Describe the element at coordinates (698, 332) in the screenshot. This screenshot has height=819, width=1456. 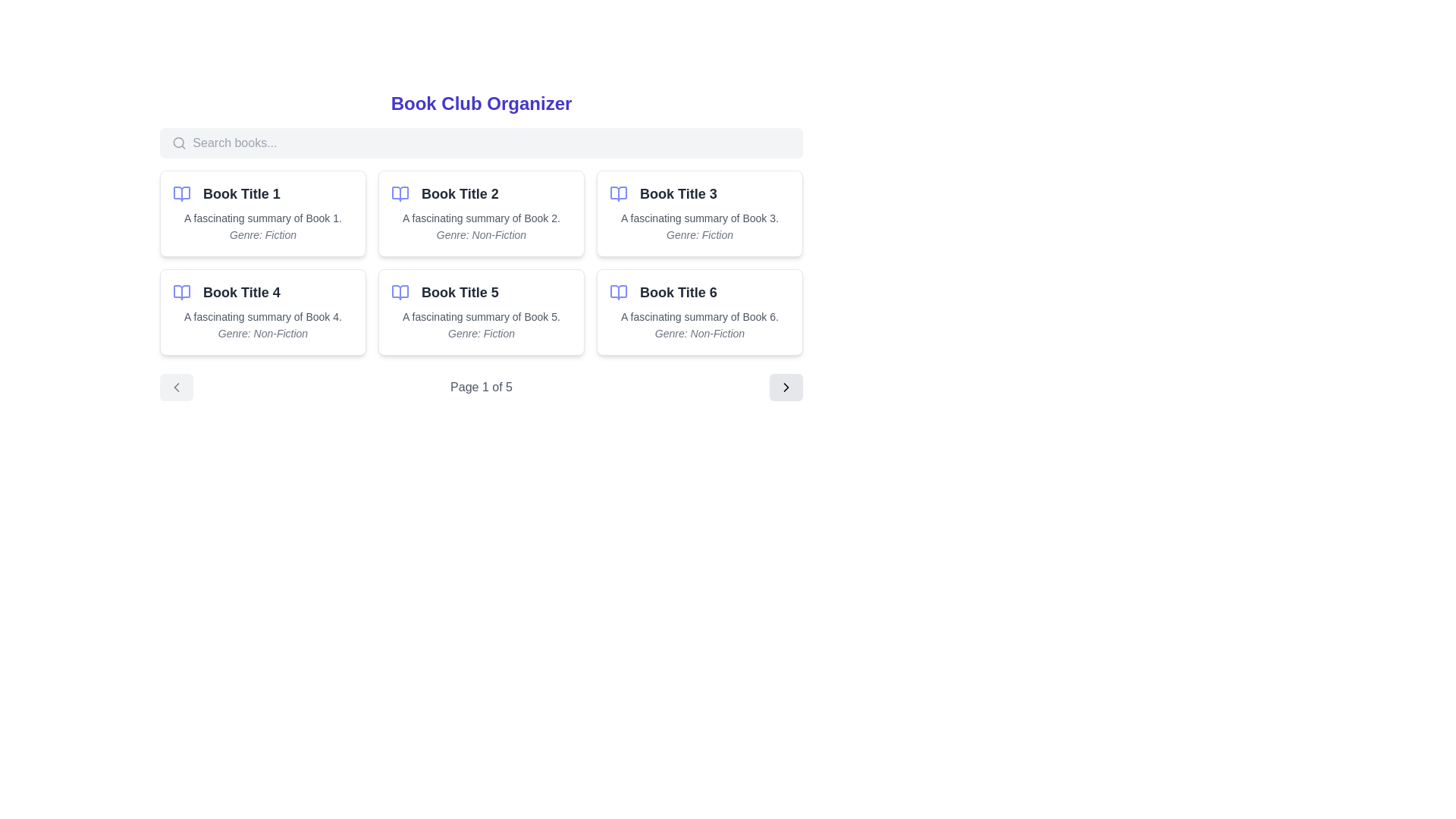
I see `the Text Label displaying 'Genre: Non-Fiction', which is styled in a small italicized font and located at the bottom of the card labeled 'Book Title 6'` at that location.